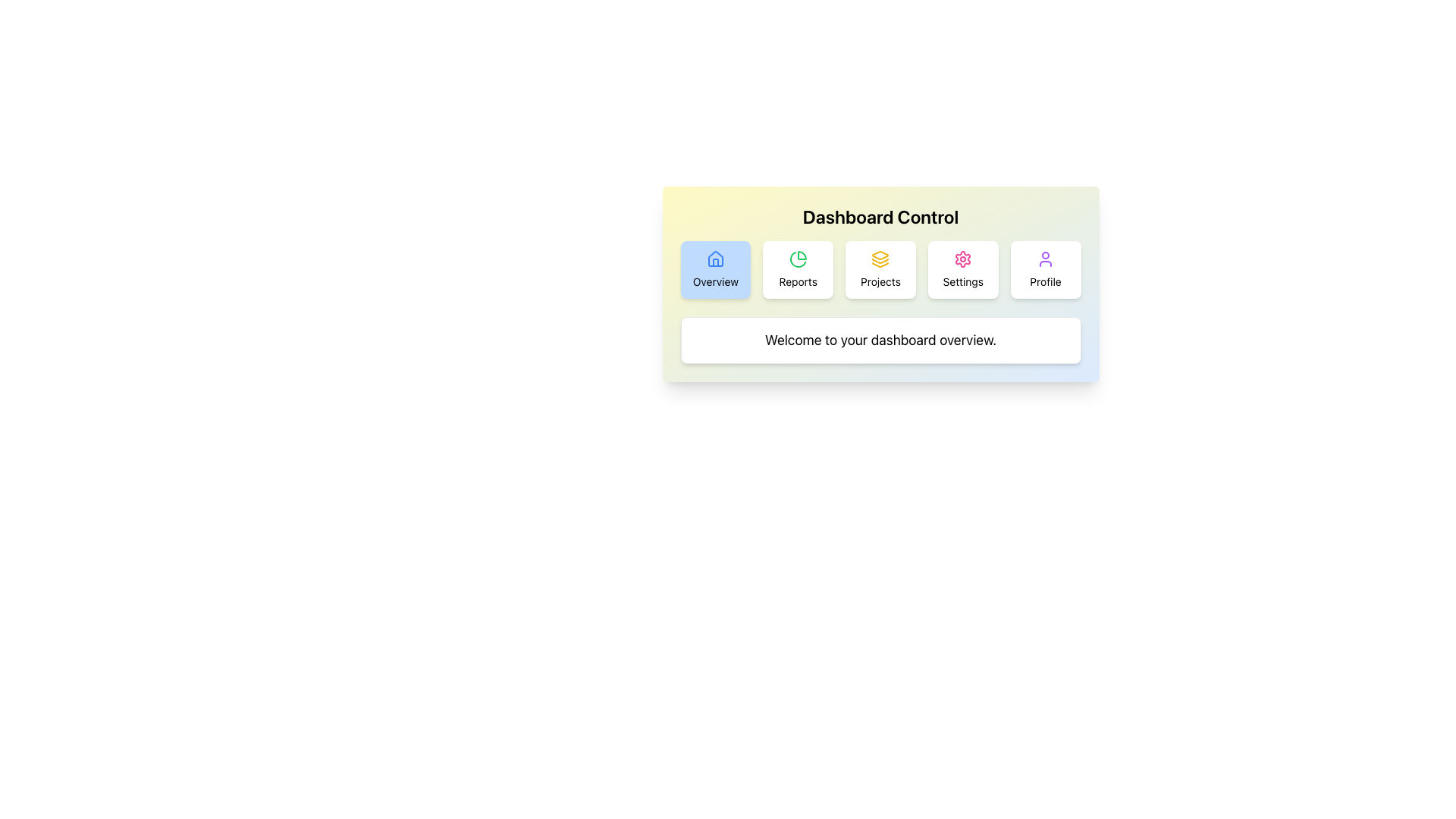  I want to click on the house icon located within the blue rectangular 'Overview' button at the center-top area of the interface, so click(714, 259).